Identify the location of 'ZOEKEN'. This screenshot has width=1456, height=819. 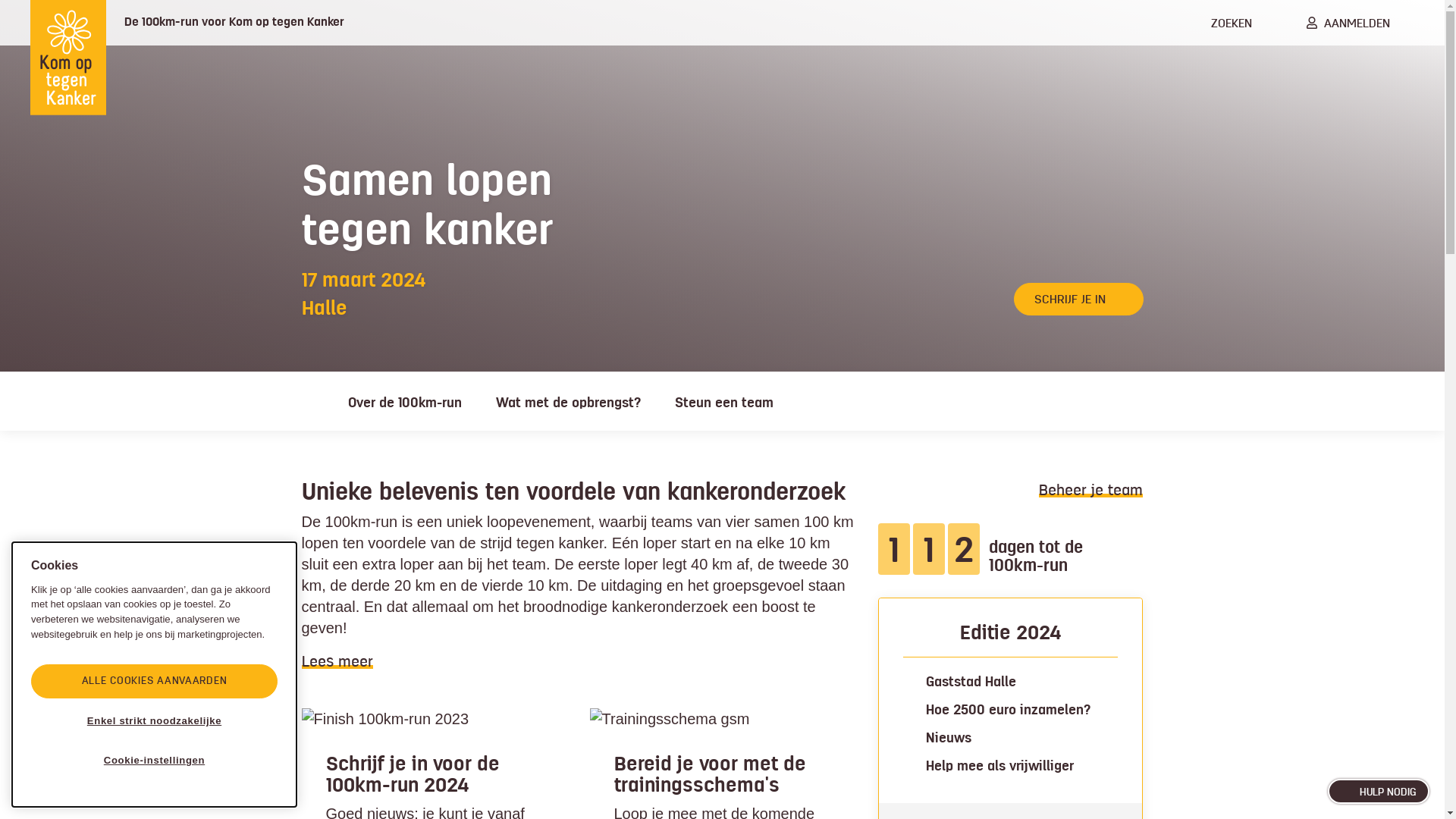
(1173, 23).